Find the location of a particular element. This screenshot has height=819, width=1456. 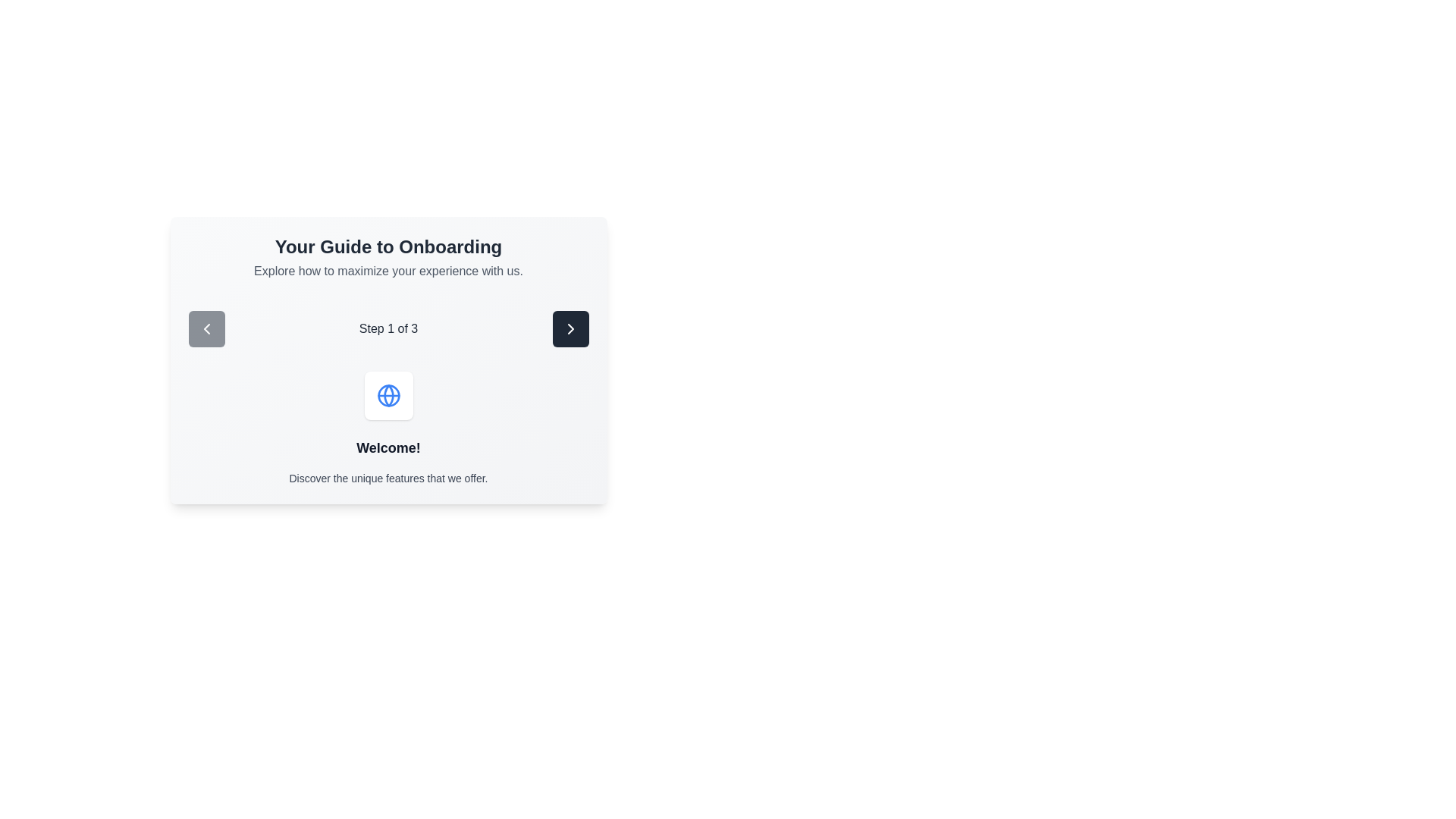

the circular button containing the chevron-right SVG icon, which is located on the right side of the navigation step interface, to trigger a visual response is located at coordinates (570, 328).